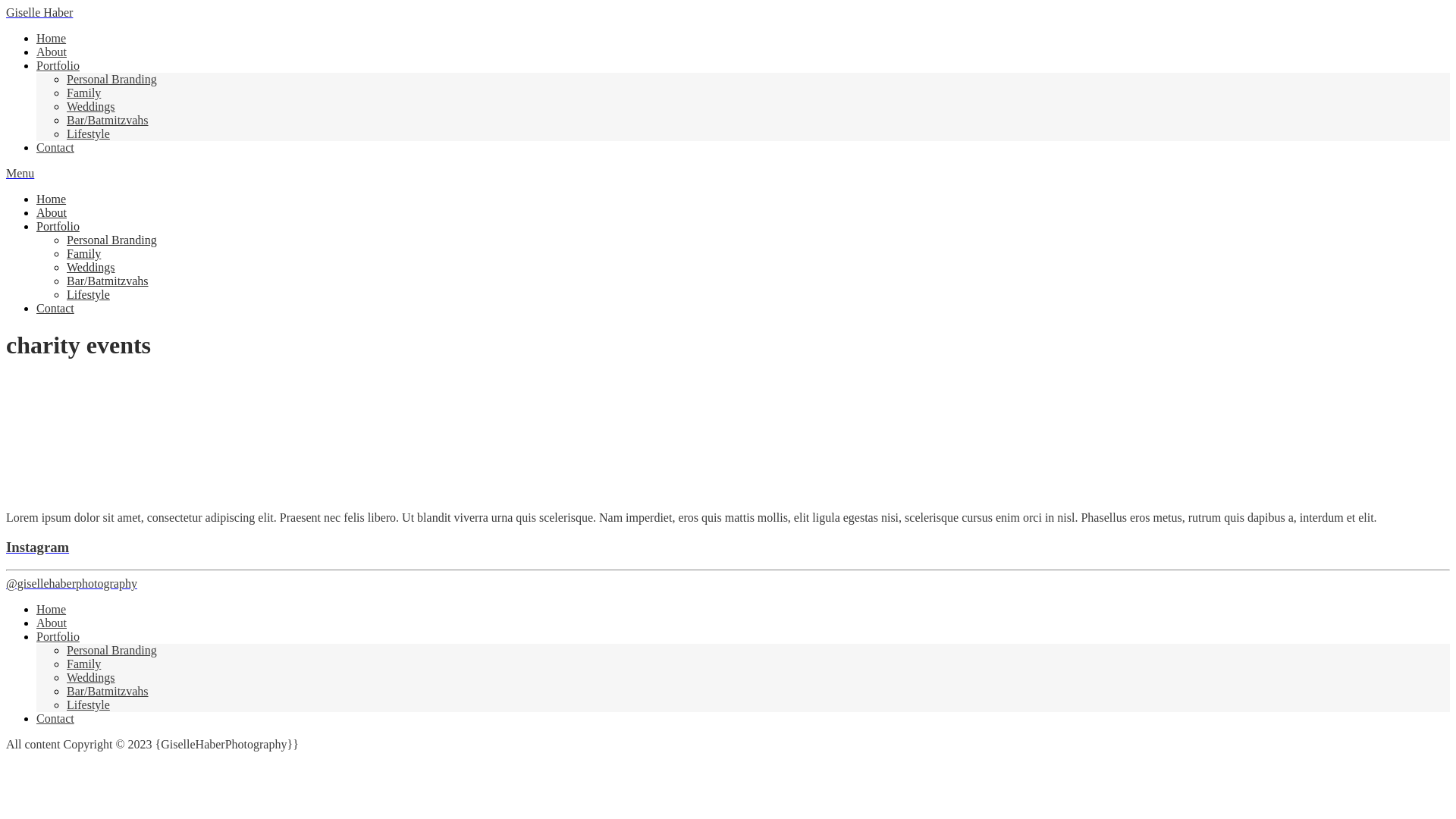 The width and height of the screenshot is (1456, 819). Describe the element at coordinates (111, 79) in the screenshot. I see `'Personal Branding'` at that location.